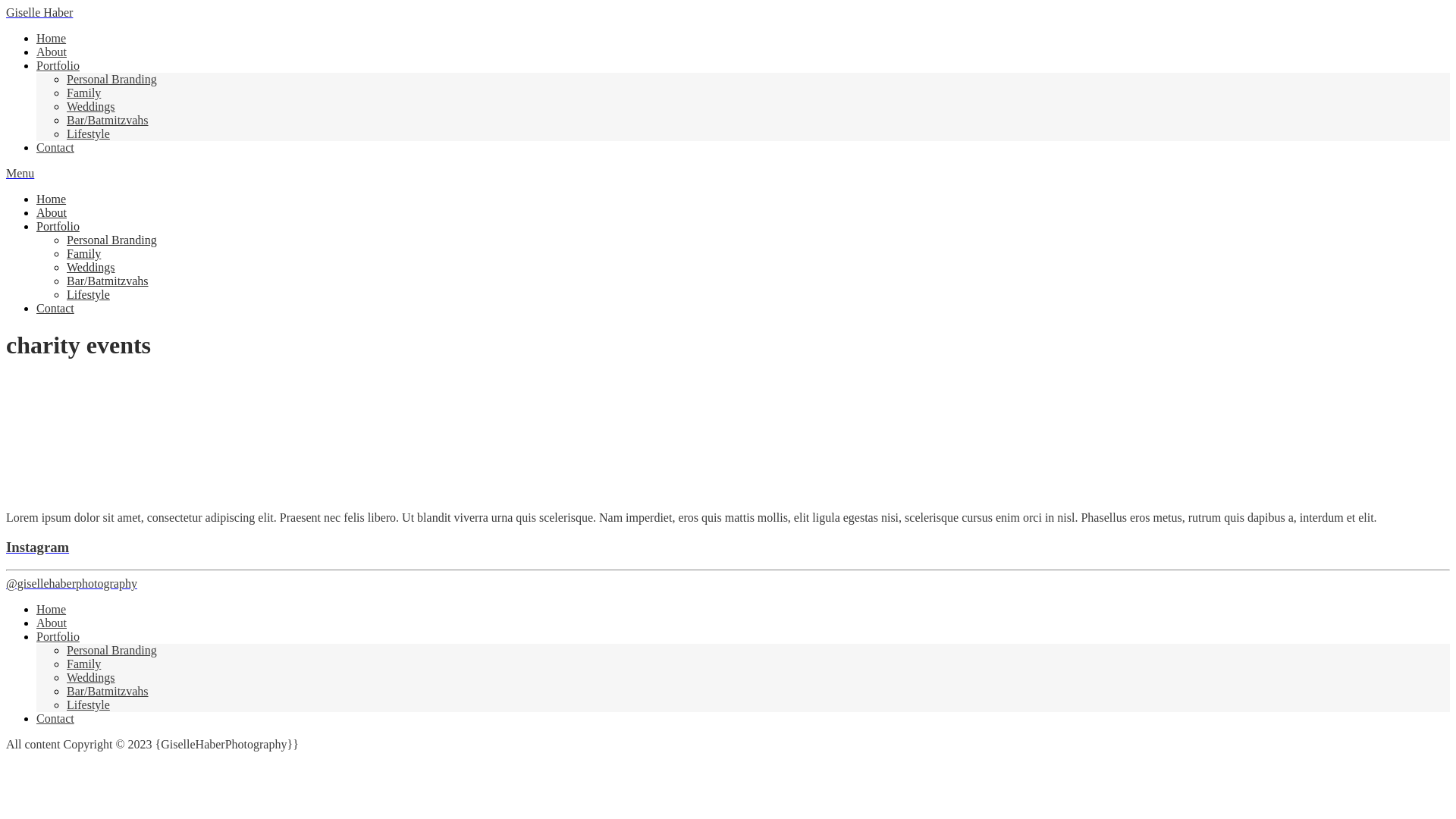 The width and height of the screenshot is (1456, 819). Describe the element at coordinates (111, 79) in the screenshot. I see `'Personal Branding'` at that location.